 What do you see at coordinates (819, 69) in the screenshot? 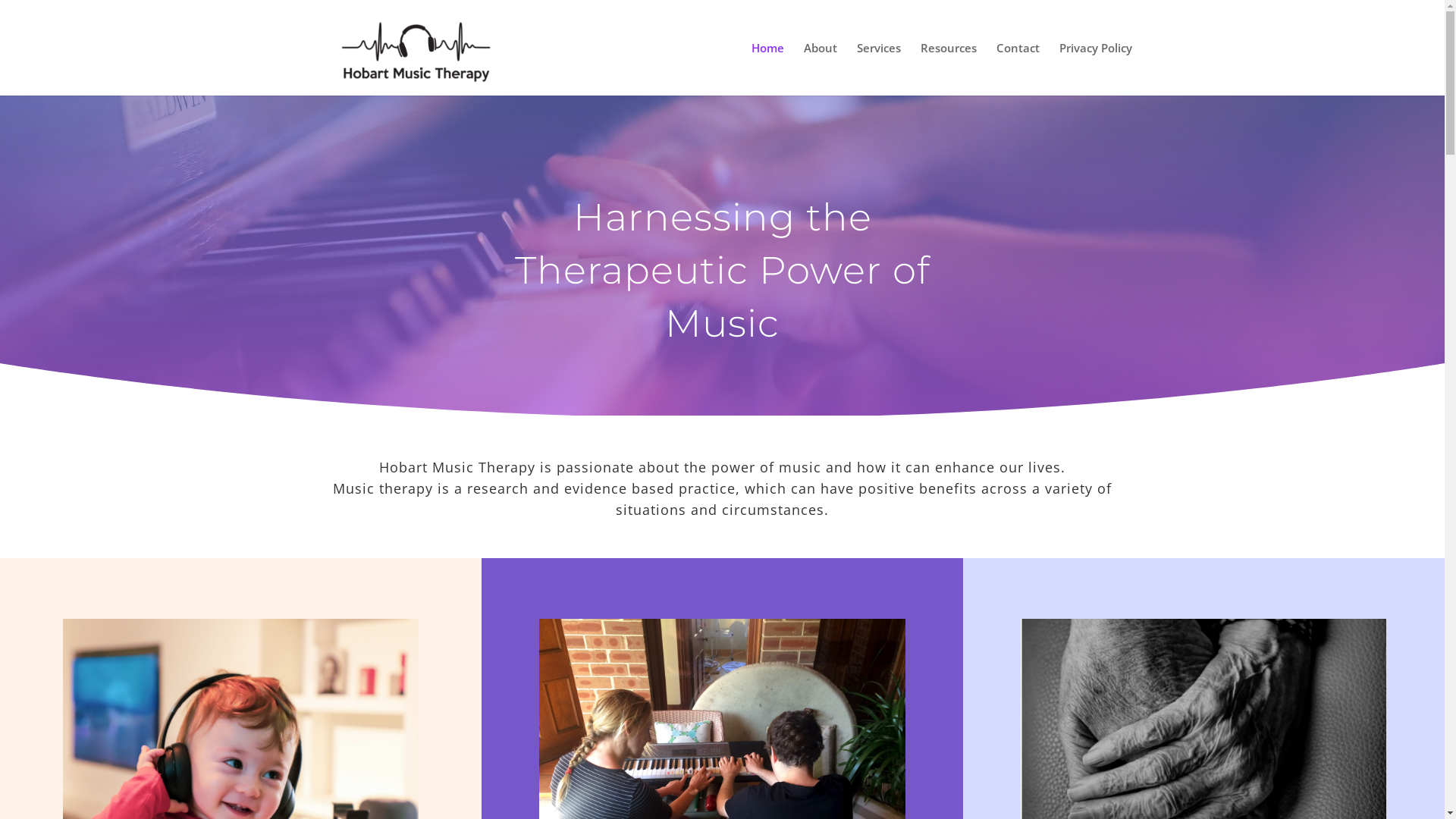
I see `'About'` at bounding box center [819, 69].